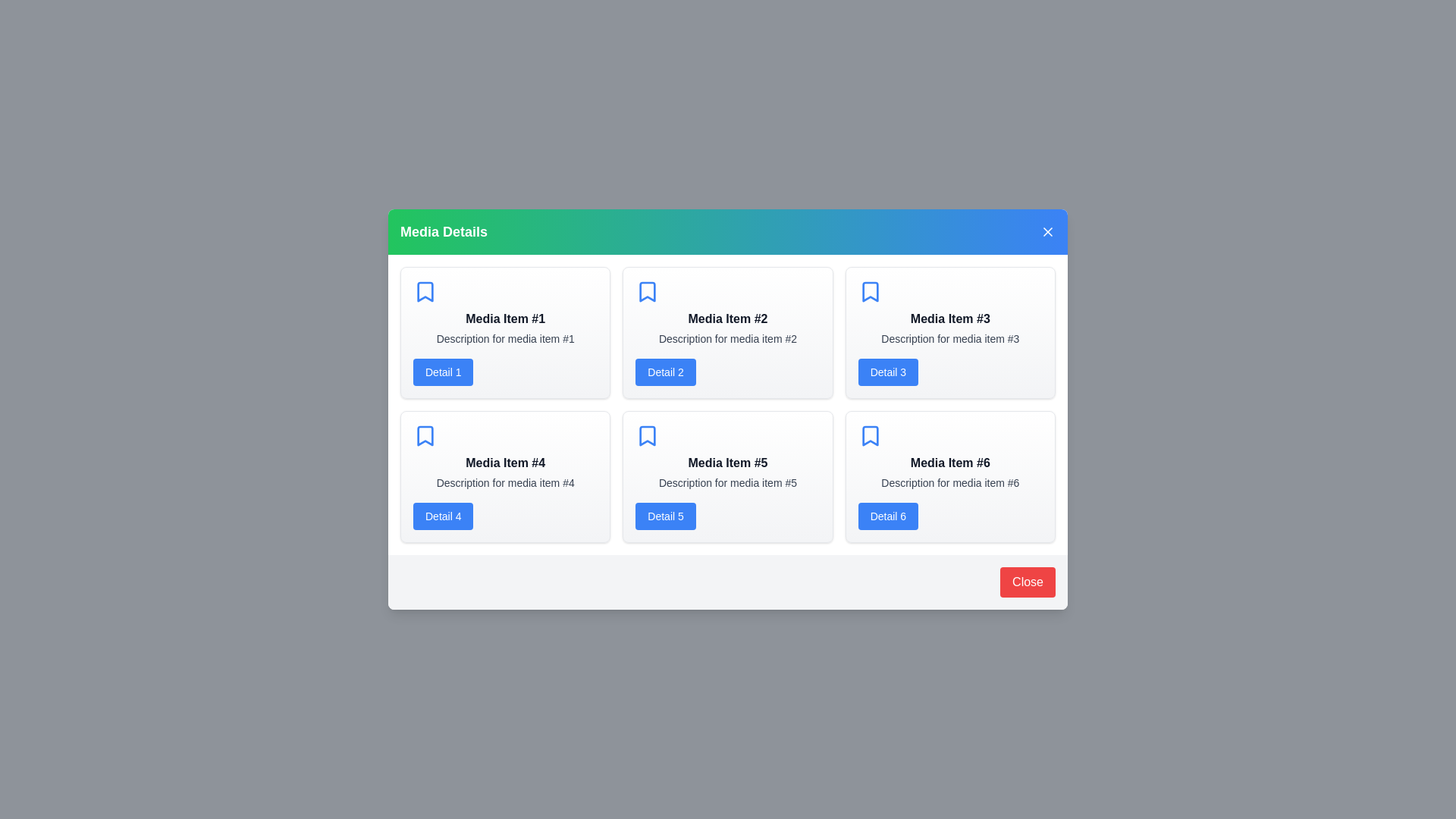 The width and height of the screenshot is (1456, 819). Describe the element at coordinates (1027, 581) in the screenshot. I see `the 'Close' button to close the dialog` at that location.